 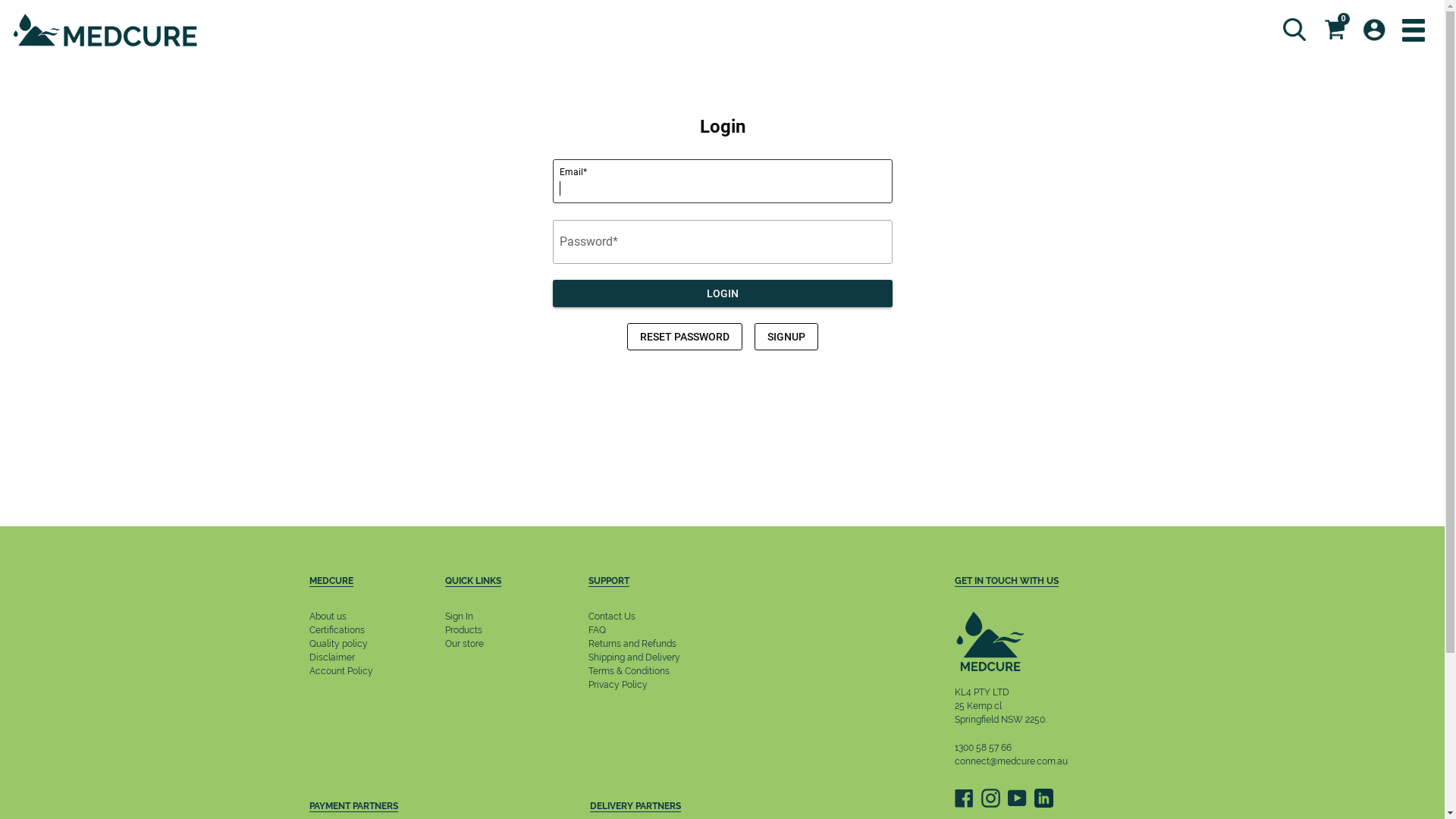 I want to click on 'Facebook', so click(x=962, y=797).